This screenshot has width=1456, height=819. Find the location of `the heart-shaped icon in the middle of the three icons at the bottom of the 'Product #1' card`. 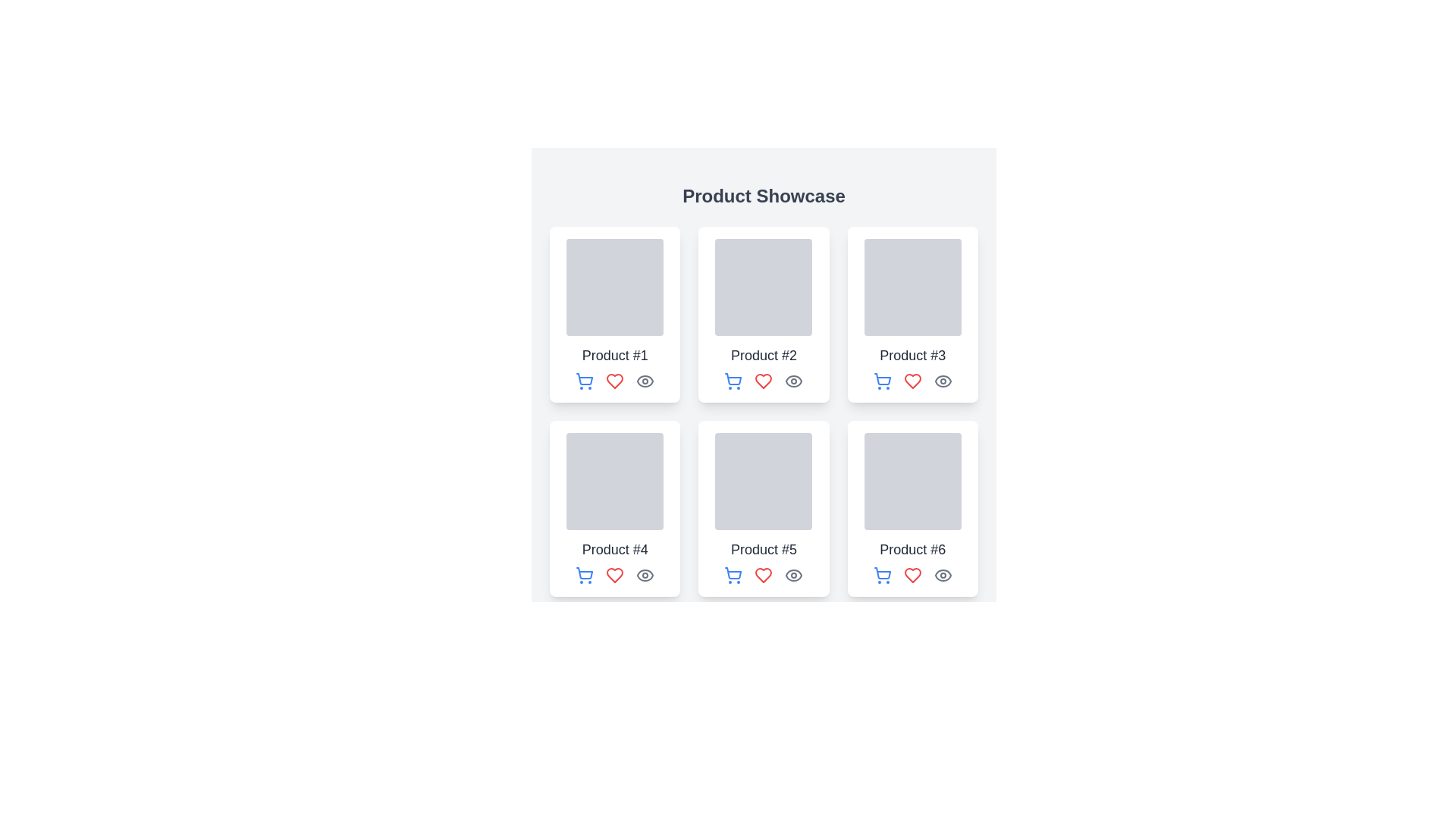

the heart-shaped icon in the middle of the three icons at the bottom of the 'Product #1' card is located at coordinates (615, 380).